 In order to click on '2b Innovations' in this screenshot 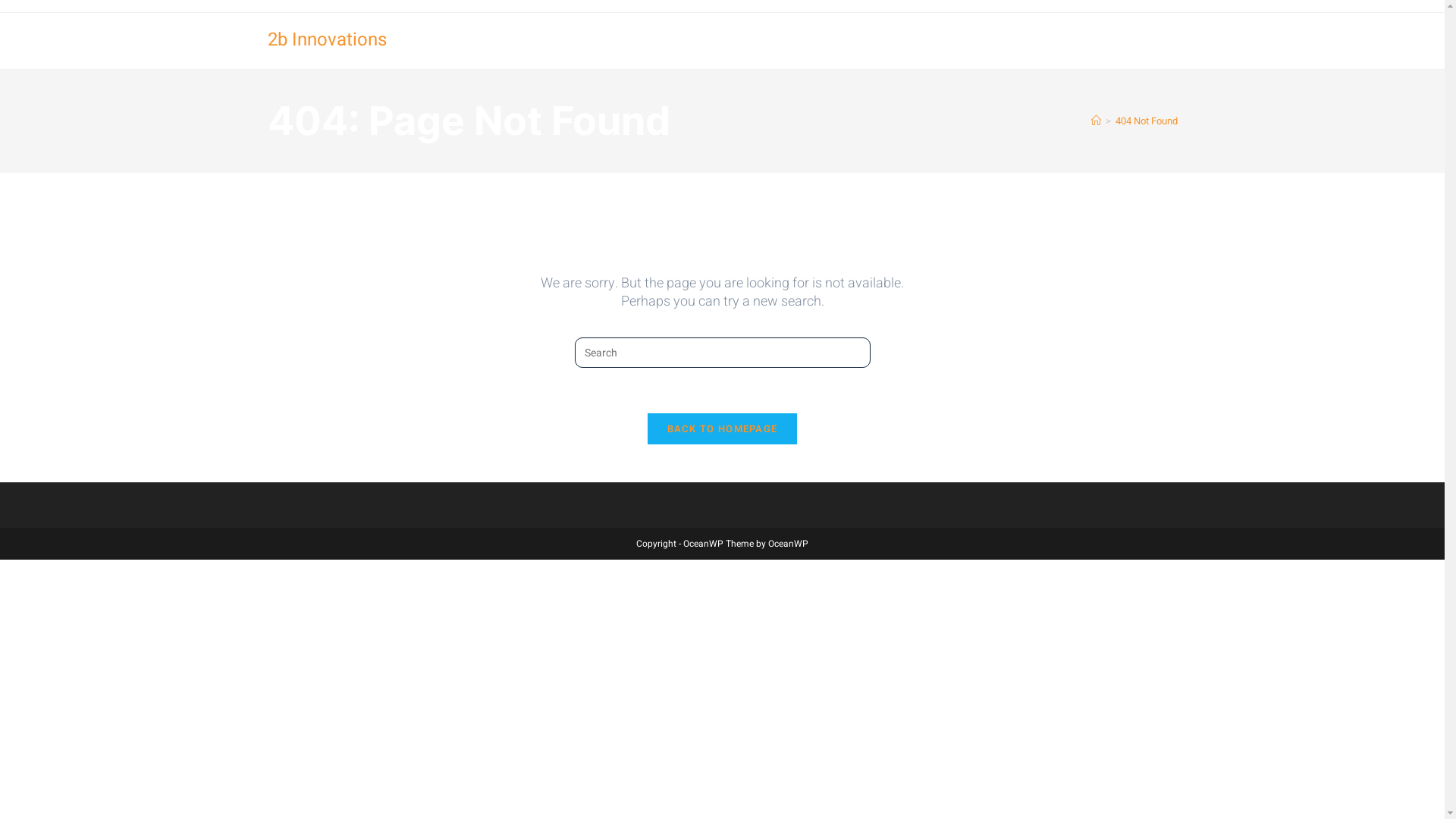, I will do `click(325, 39)`.